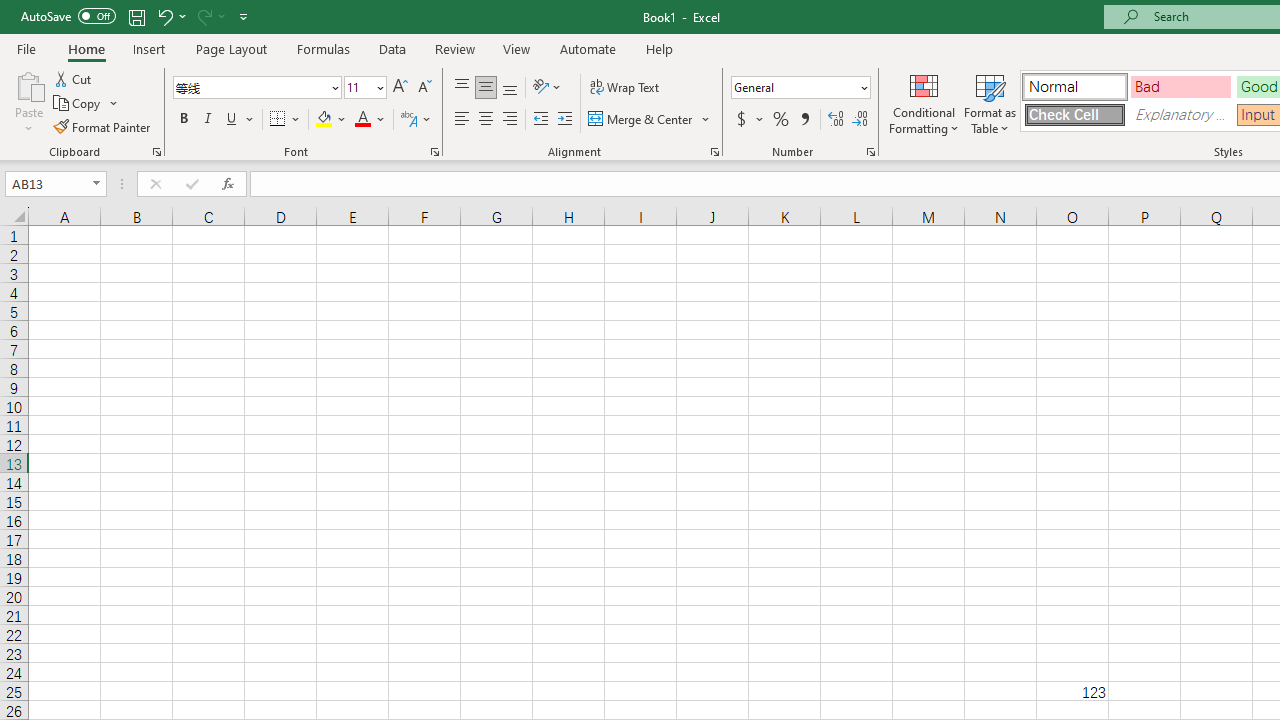 The height and width of the screenshot is (720, 1280). Describe the element at coordinates (370, 119) in the screenshot. I see `'Font Color'` at that location.